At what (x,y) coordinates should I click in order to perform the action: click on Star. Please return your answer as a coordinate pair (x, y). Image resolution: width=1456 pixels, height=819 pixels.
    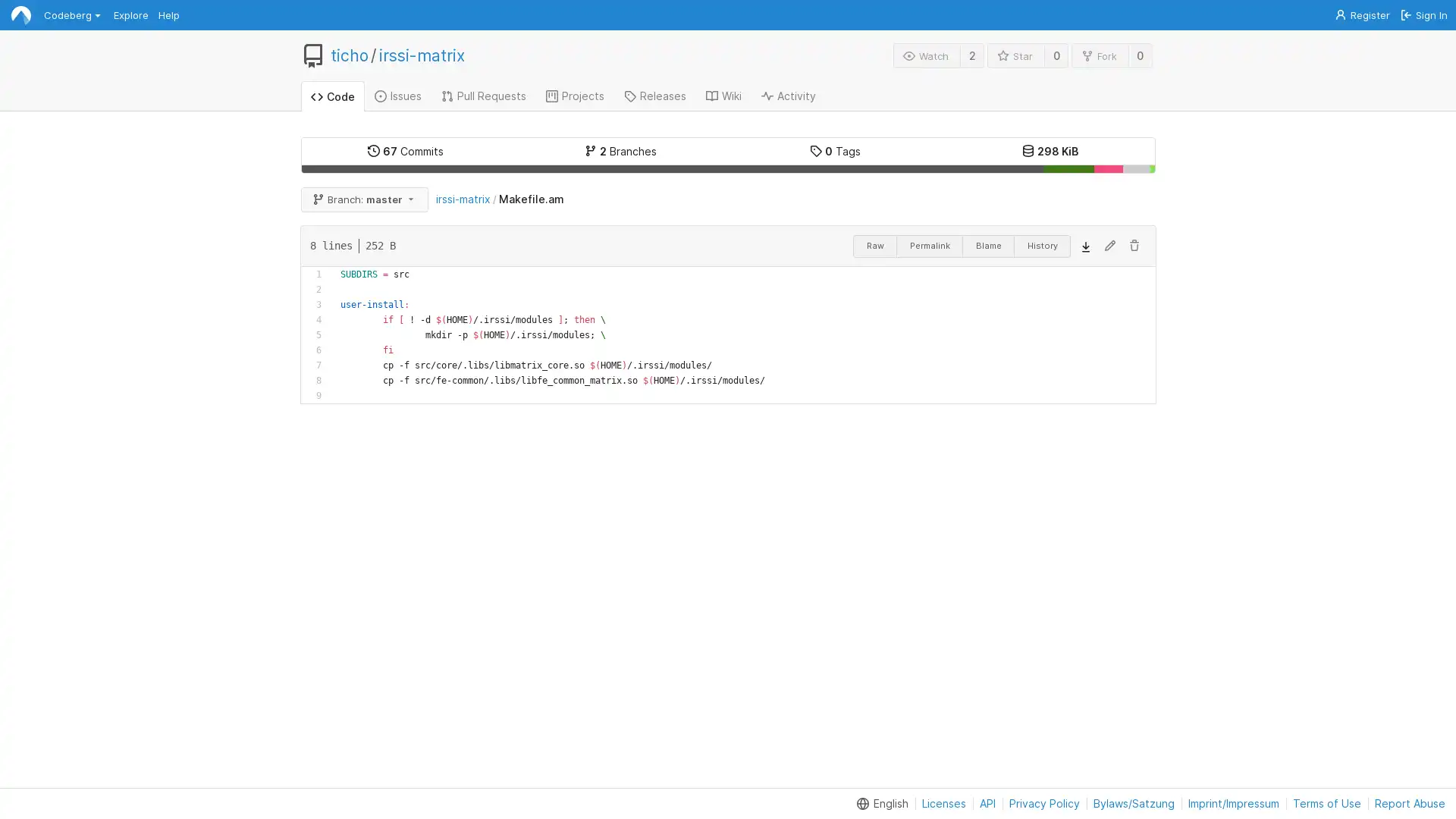
    Looking at the image, I should click on (1015, 55).